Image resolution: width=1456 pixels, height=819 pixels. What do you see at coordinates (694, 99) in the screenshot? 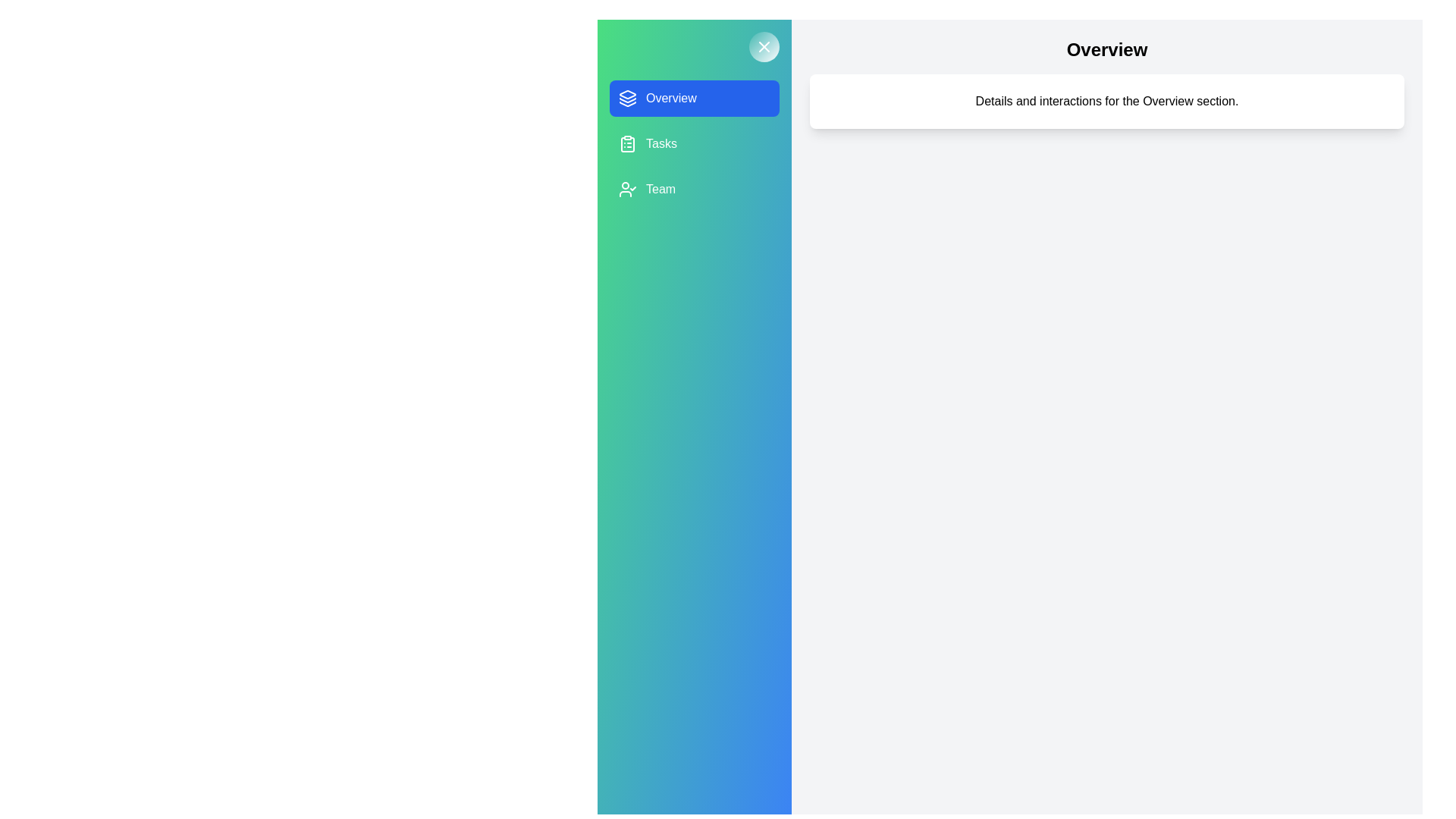
I see `the project Overview from the list` at bounding box center [694, 99].